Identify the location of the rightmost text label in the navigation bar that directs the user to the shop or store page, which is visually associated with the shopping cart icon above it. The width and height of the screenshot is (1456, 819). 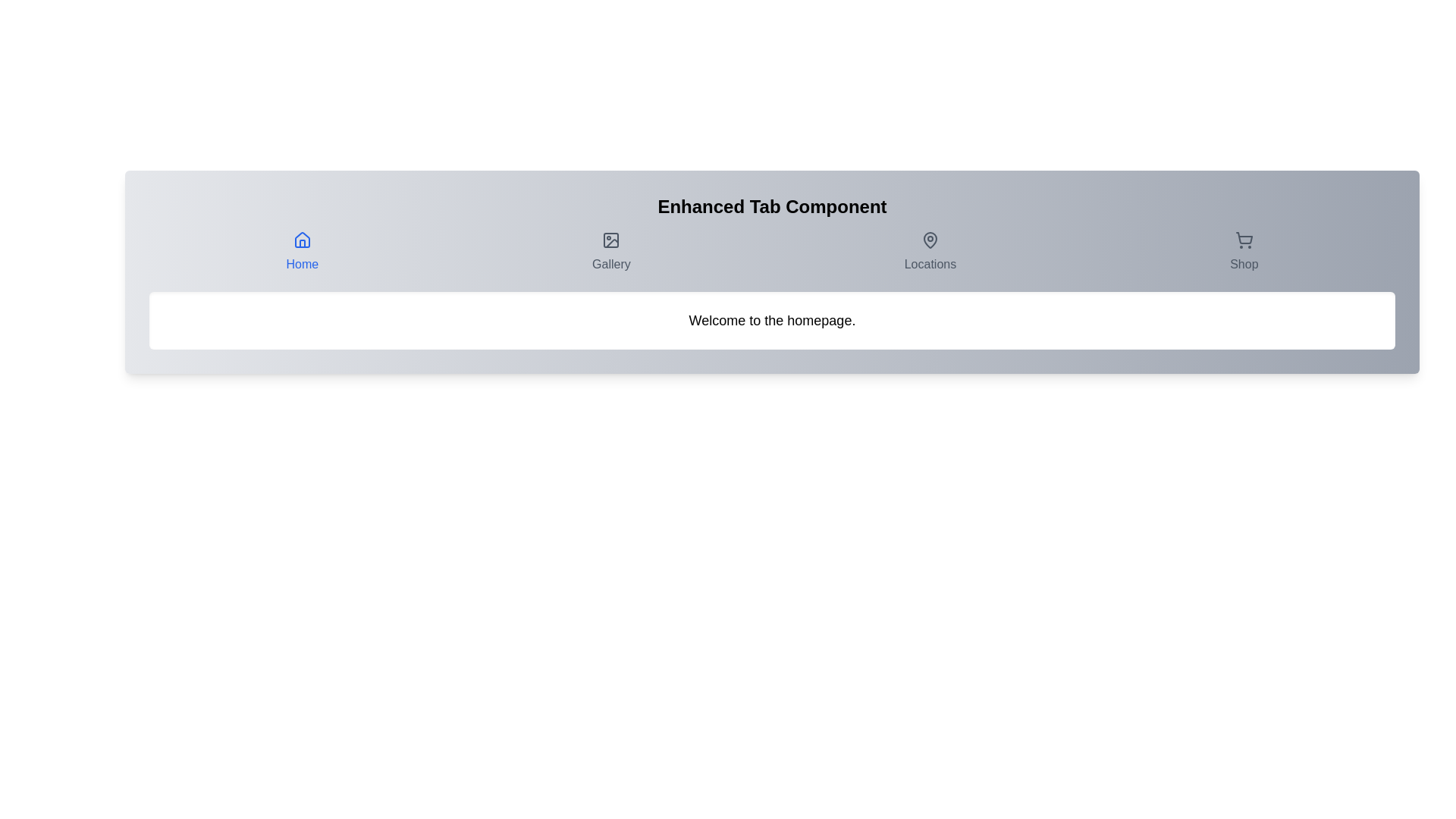
(1244, 263).